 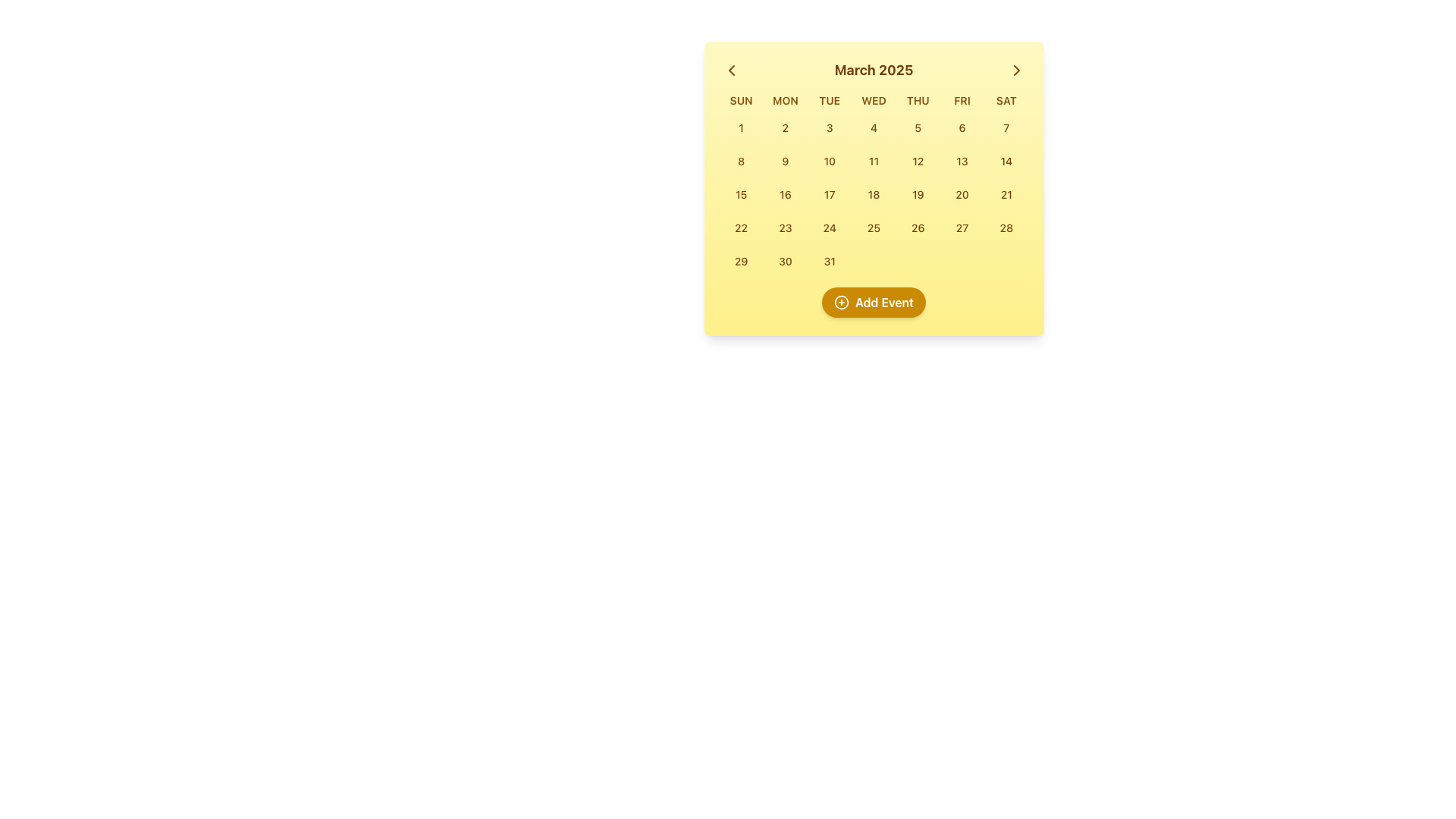 What do you see at coordinates (829, 260) in the screenshot?
I see `the calendar date cell representing the date '31', located in the bottom-right section of the calendar grid` at bounding box center [829, 260].